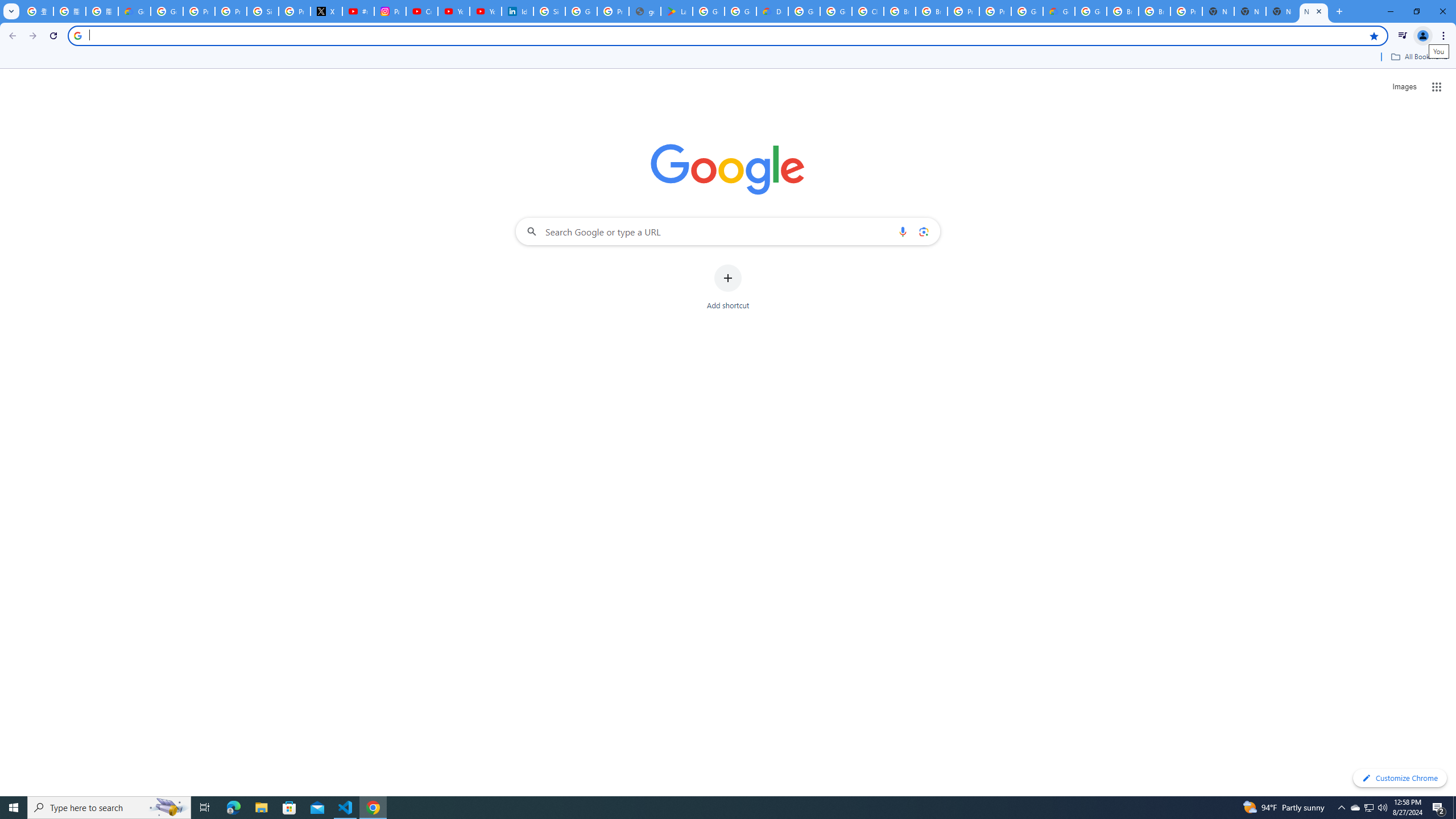  Describe the element at coordinates (1282, 11) in the screenshot. I see `'New Tab'` at that location.